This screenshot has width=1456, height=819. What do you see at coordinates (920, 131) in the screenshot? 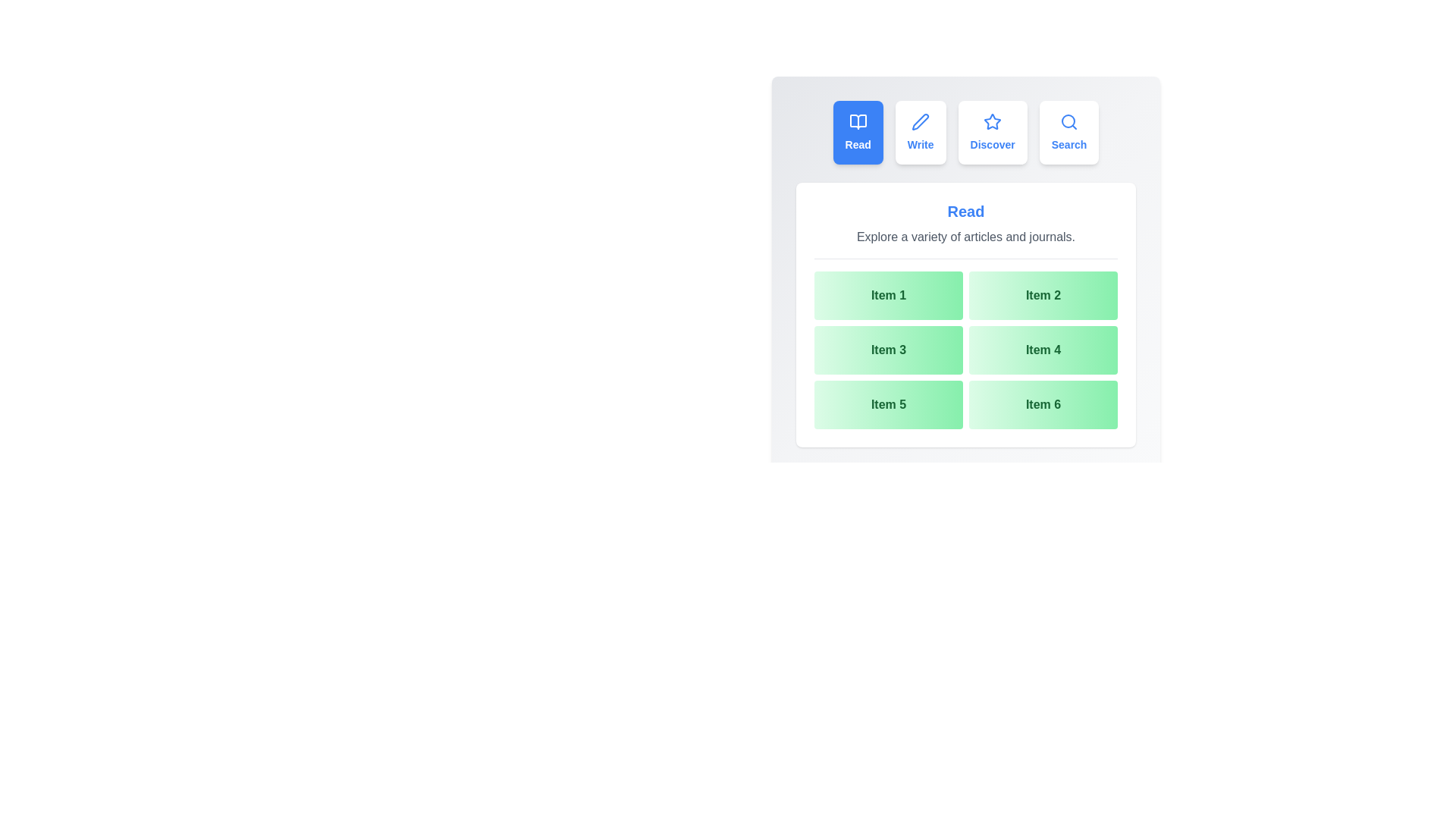
I see `the Write tab by clicking on it` at bounding box center [920, 131].